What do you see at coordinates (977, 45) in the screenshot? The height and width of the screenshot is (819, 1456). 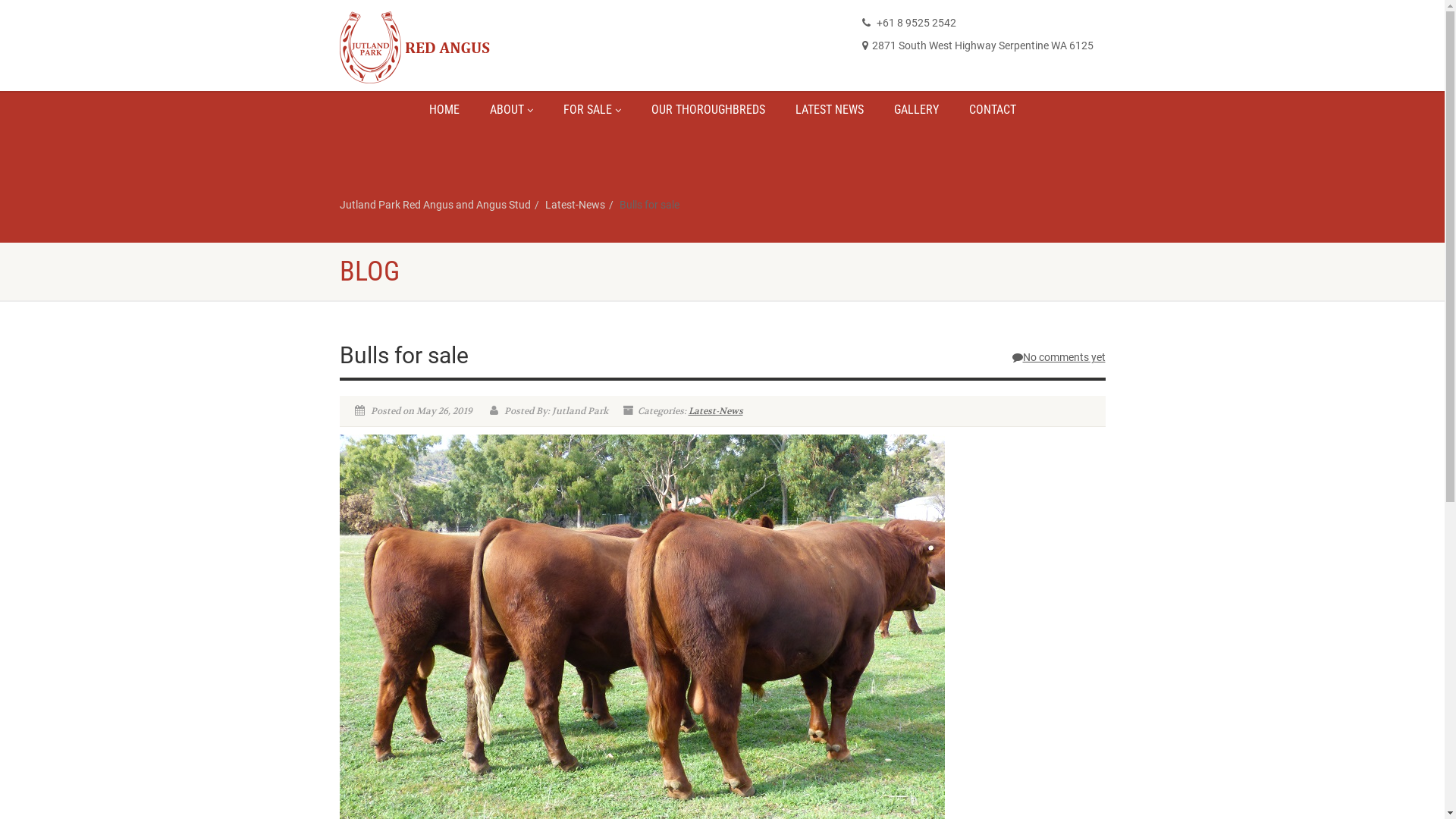 I see `'2871 South West Highway Serpentine WA 6125'` at bounding box center [977, 45].